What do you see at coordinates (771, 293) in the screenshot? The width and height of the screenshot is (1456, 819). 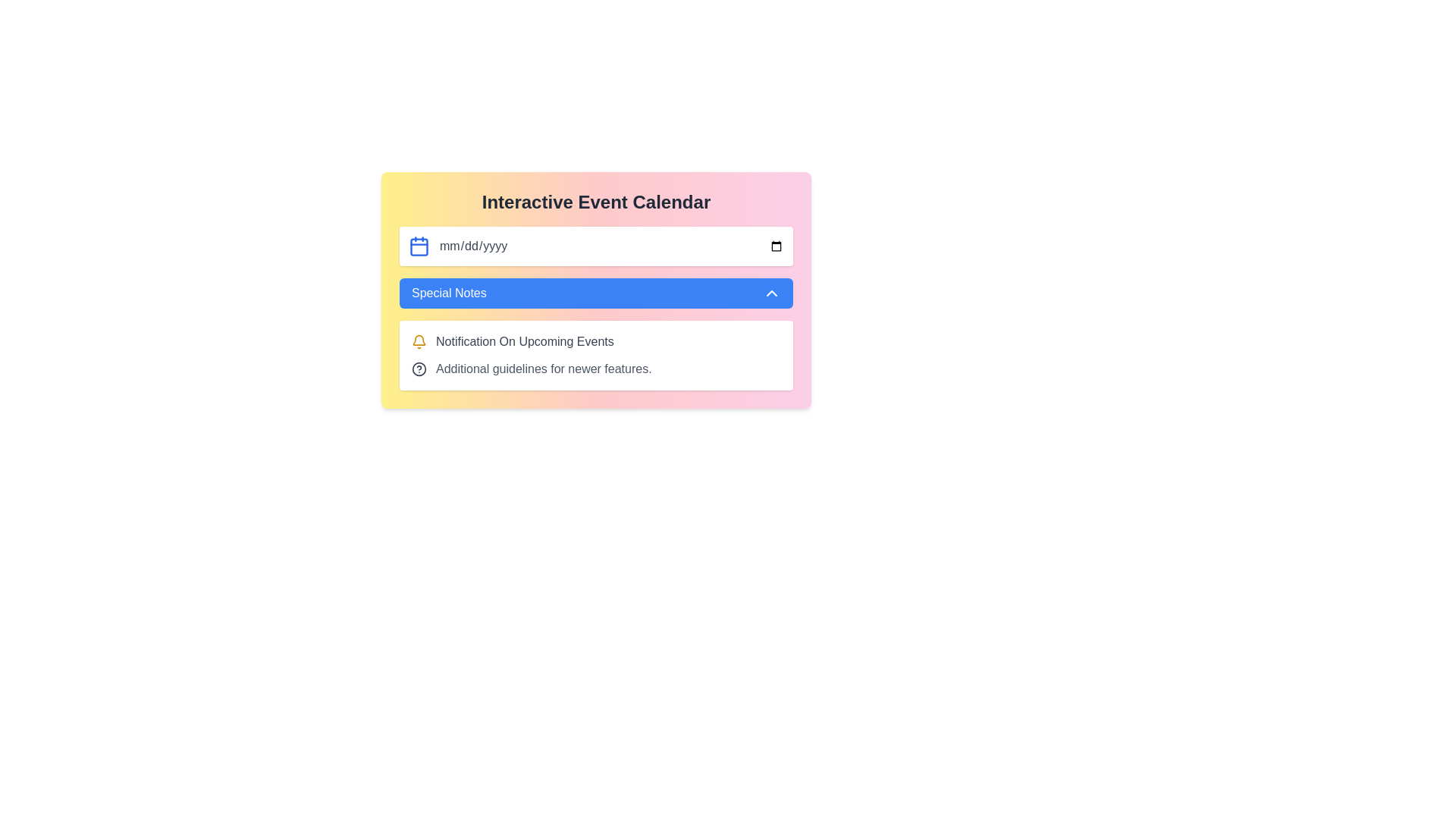 I see `the chevron icon indicating the collapsible 'Special Notes' section` at bounding box center [771, 293].